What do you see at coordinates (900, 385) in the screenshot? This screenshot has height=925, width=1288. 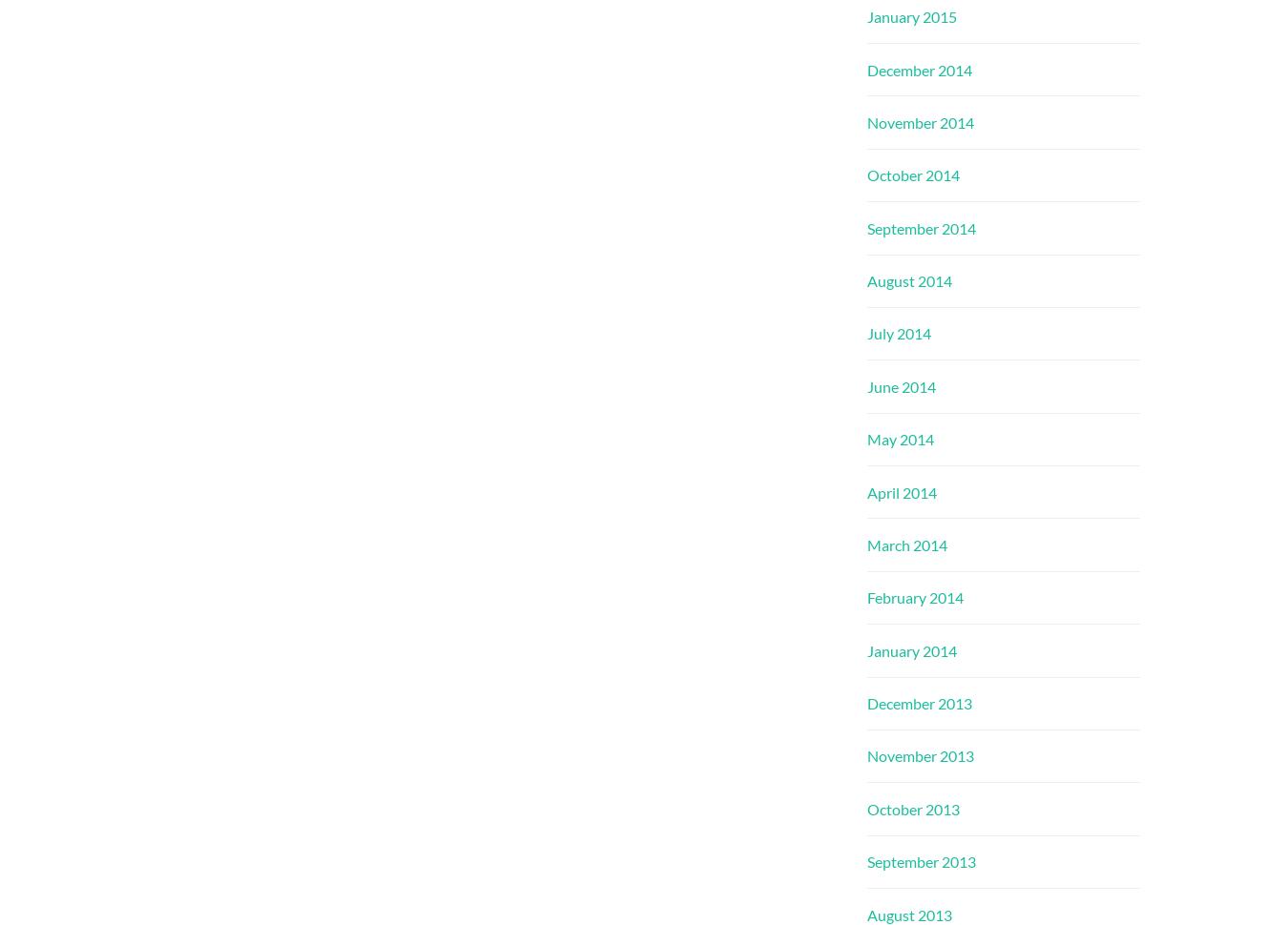 I see `'June 2014'` at bounding box center [900, 385].